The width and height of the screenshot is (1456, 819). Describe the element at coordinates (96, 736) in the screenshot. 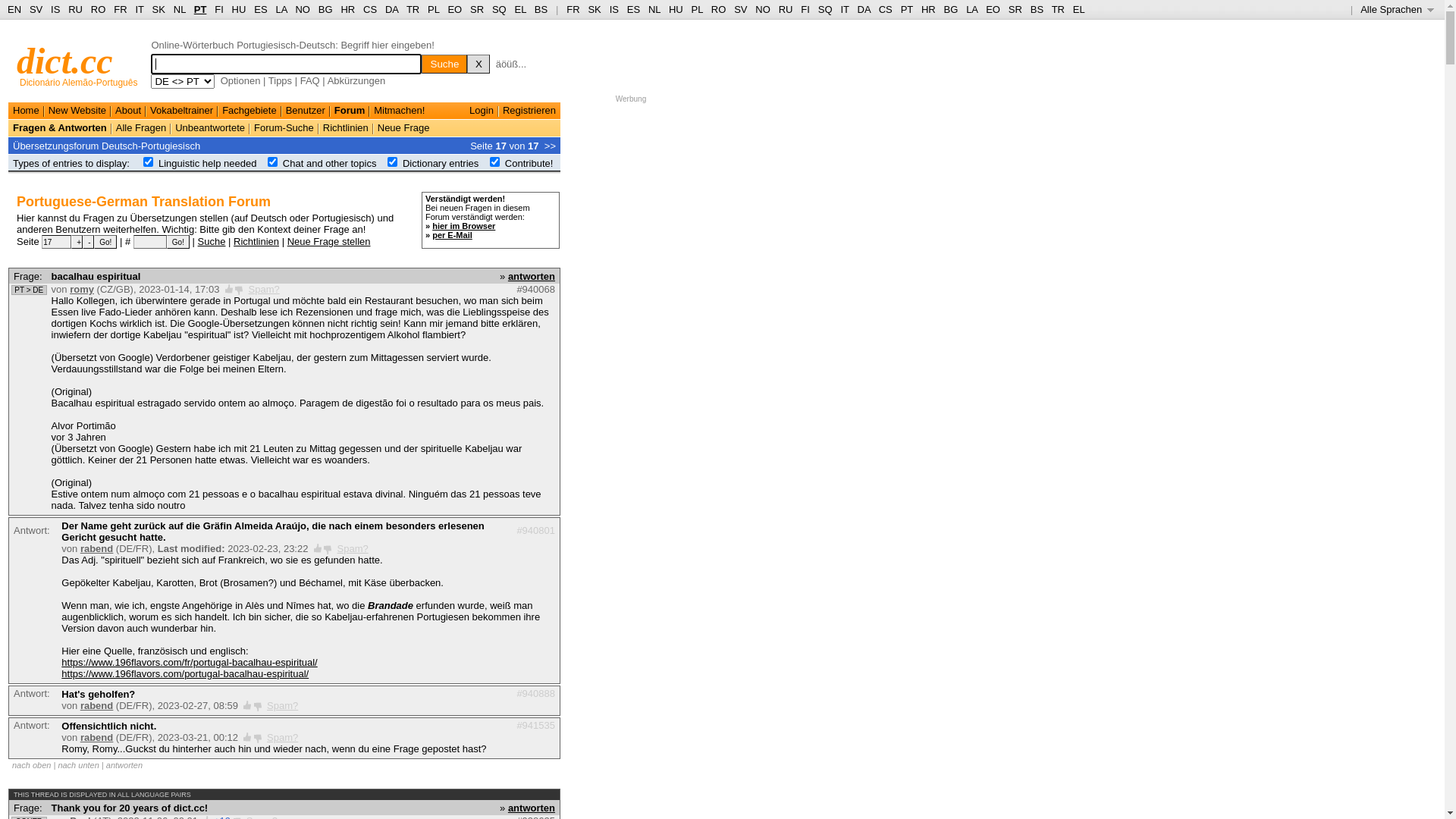

I see `'rabend'` at that location.